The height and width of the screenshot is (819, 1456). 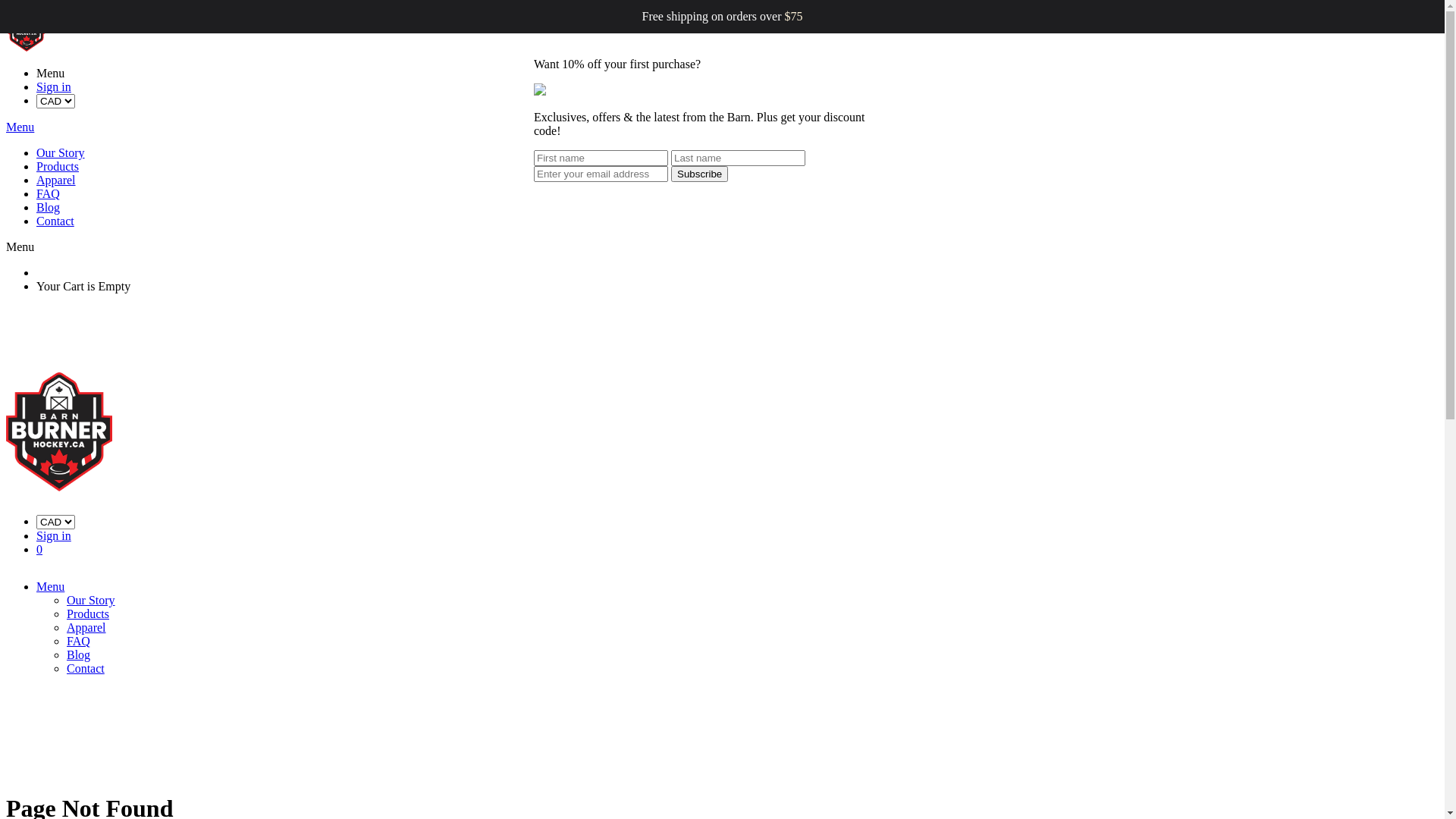 What do you see at coordinates (61, 152) in the screenshot?
I see `'Our Story'` at bounding box center [61, 152].